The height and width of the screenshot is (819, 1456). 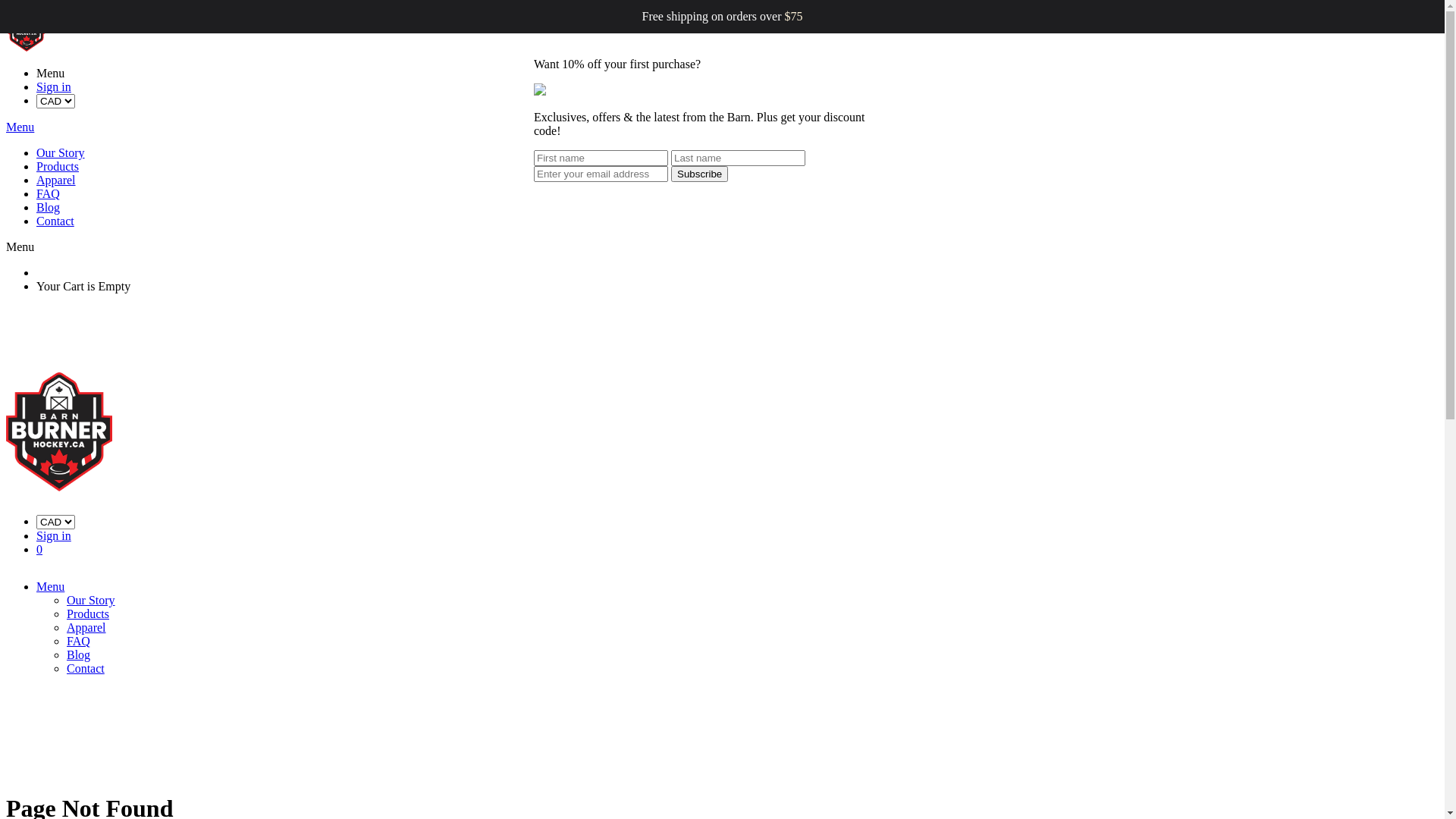 What do you see at coordinates (61, 152) in the screenshot?
I see `'Our Story'` at bounding box center [61, 152].